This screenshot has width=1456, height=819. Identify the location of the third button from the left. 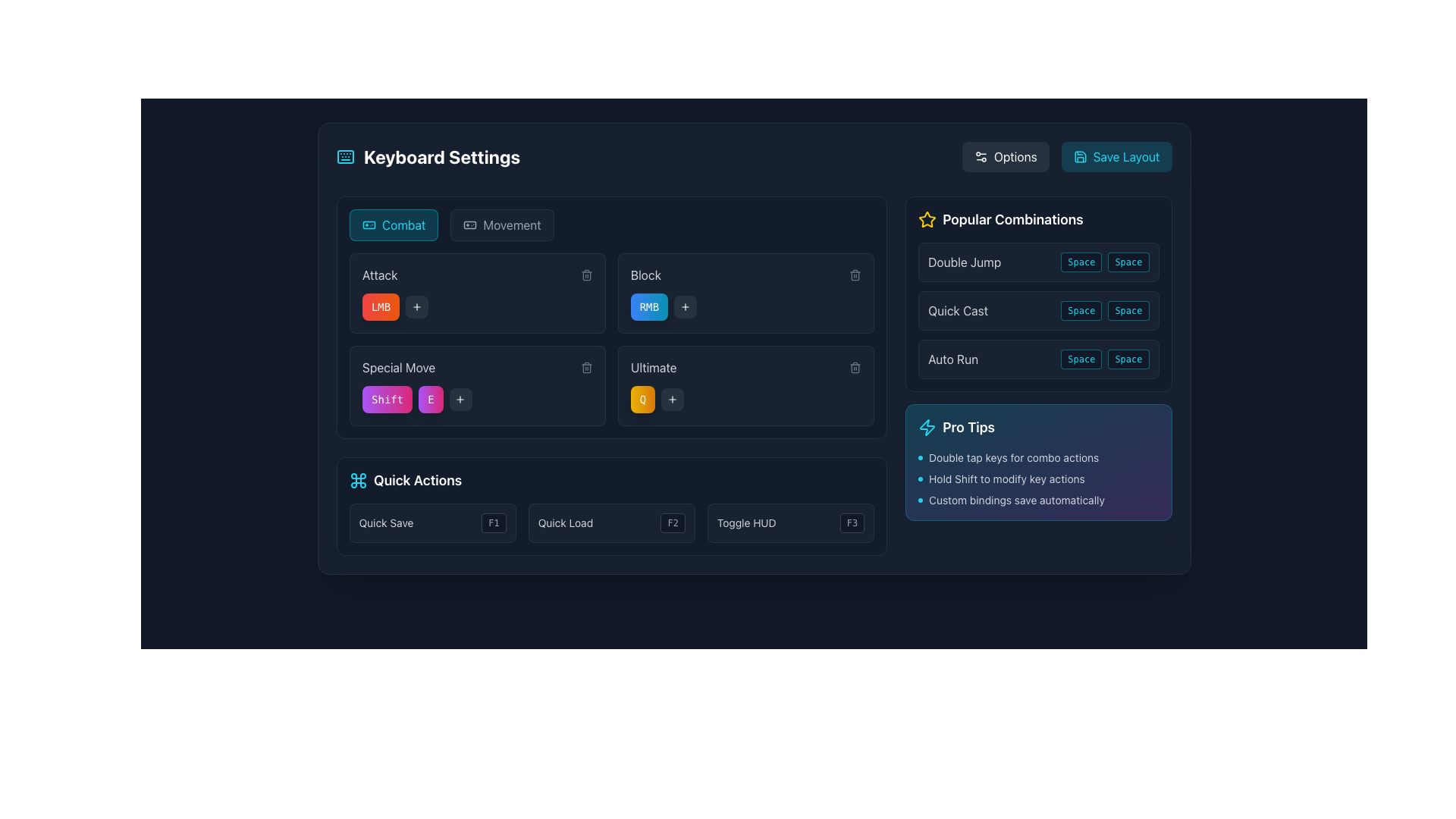
(460, 399).